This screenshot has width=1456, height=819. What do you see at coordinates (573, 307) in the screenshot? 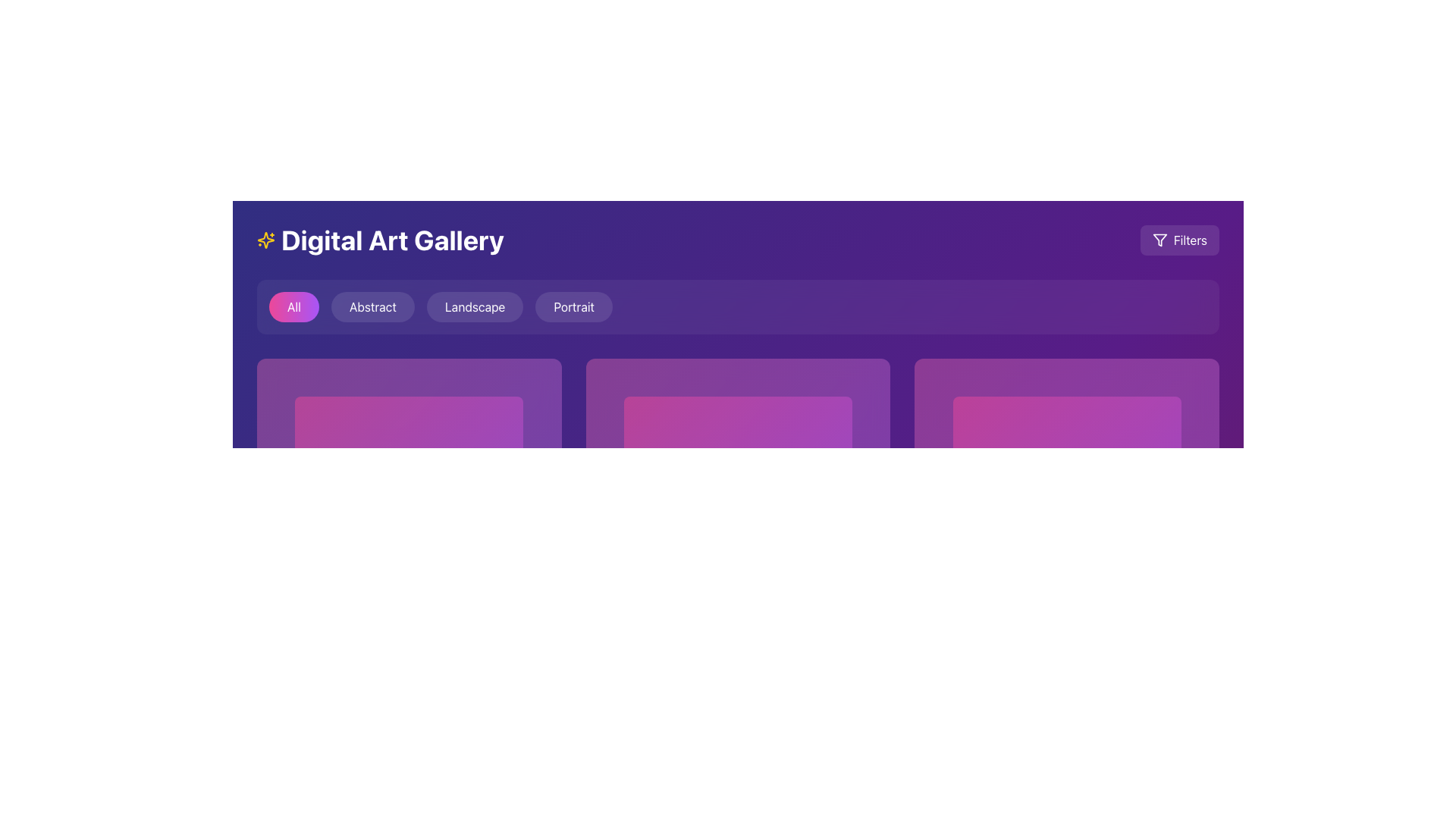
I see `the rounded button labeled 'Portrait' with a white font and a semi-transparent white background to observe the hover effect` at bounding box center [573, 307].